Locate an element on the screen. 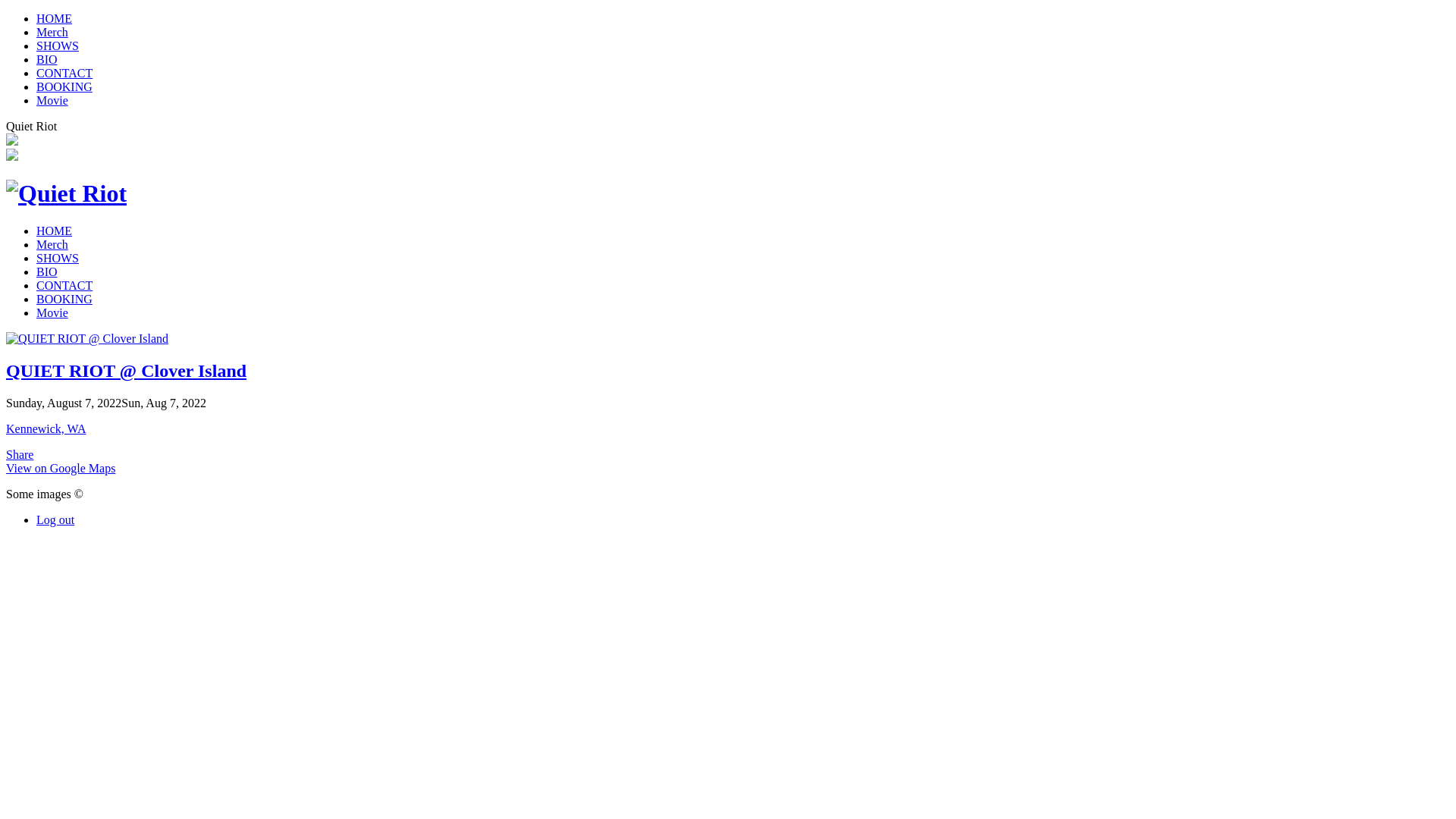  'BIO' is located at coordinates (47, 58).